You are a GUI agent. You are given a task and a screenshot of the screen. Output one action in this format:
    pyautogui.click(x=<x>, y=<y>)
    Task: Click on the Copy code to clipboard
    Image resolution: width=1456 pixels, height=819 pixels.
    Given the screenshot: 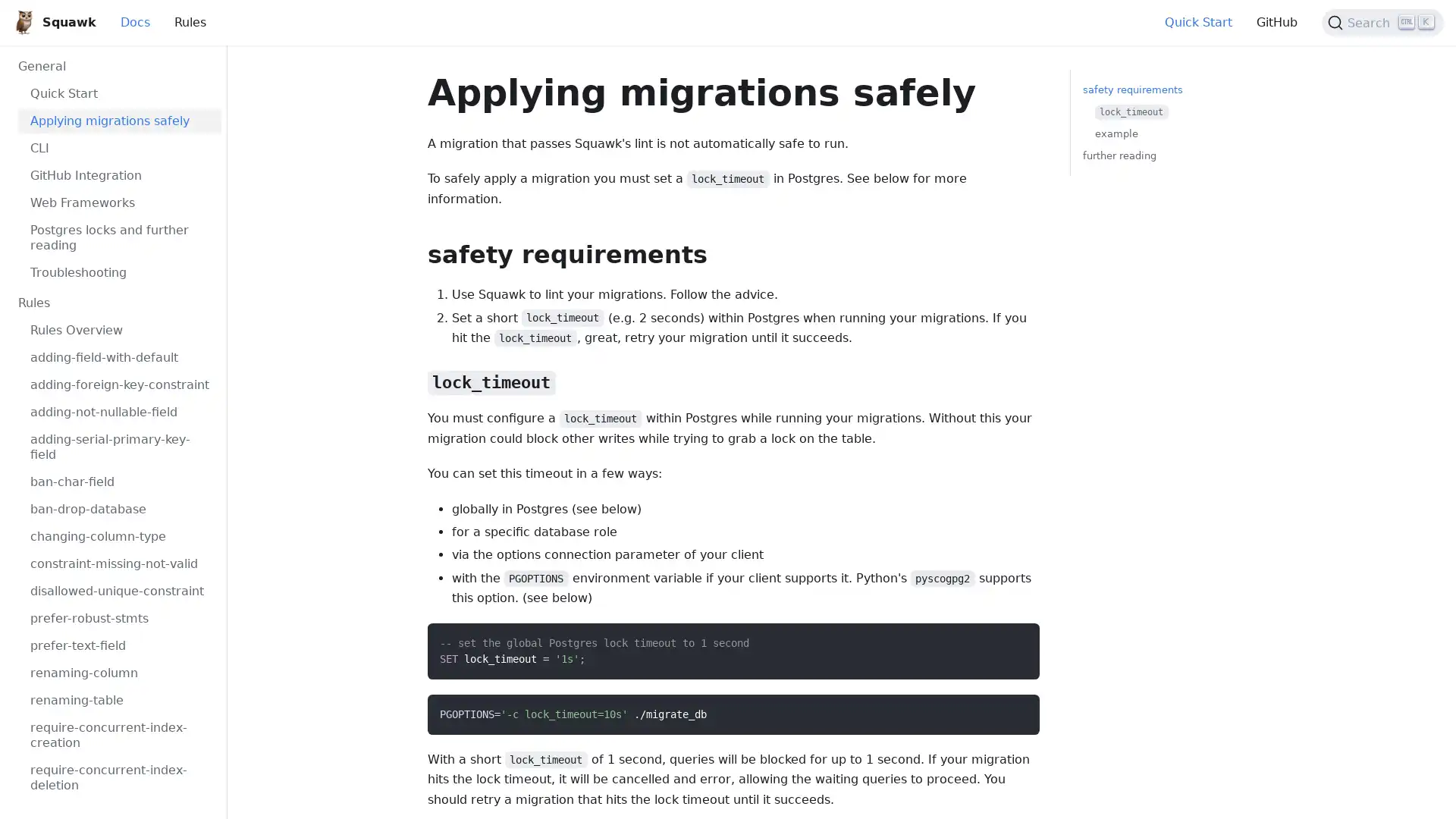 What is the action you would take?
    pyautogui.click(x=1015, y=640)
    